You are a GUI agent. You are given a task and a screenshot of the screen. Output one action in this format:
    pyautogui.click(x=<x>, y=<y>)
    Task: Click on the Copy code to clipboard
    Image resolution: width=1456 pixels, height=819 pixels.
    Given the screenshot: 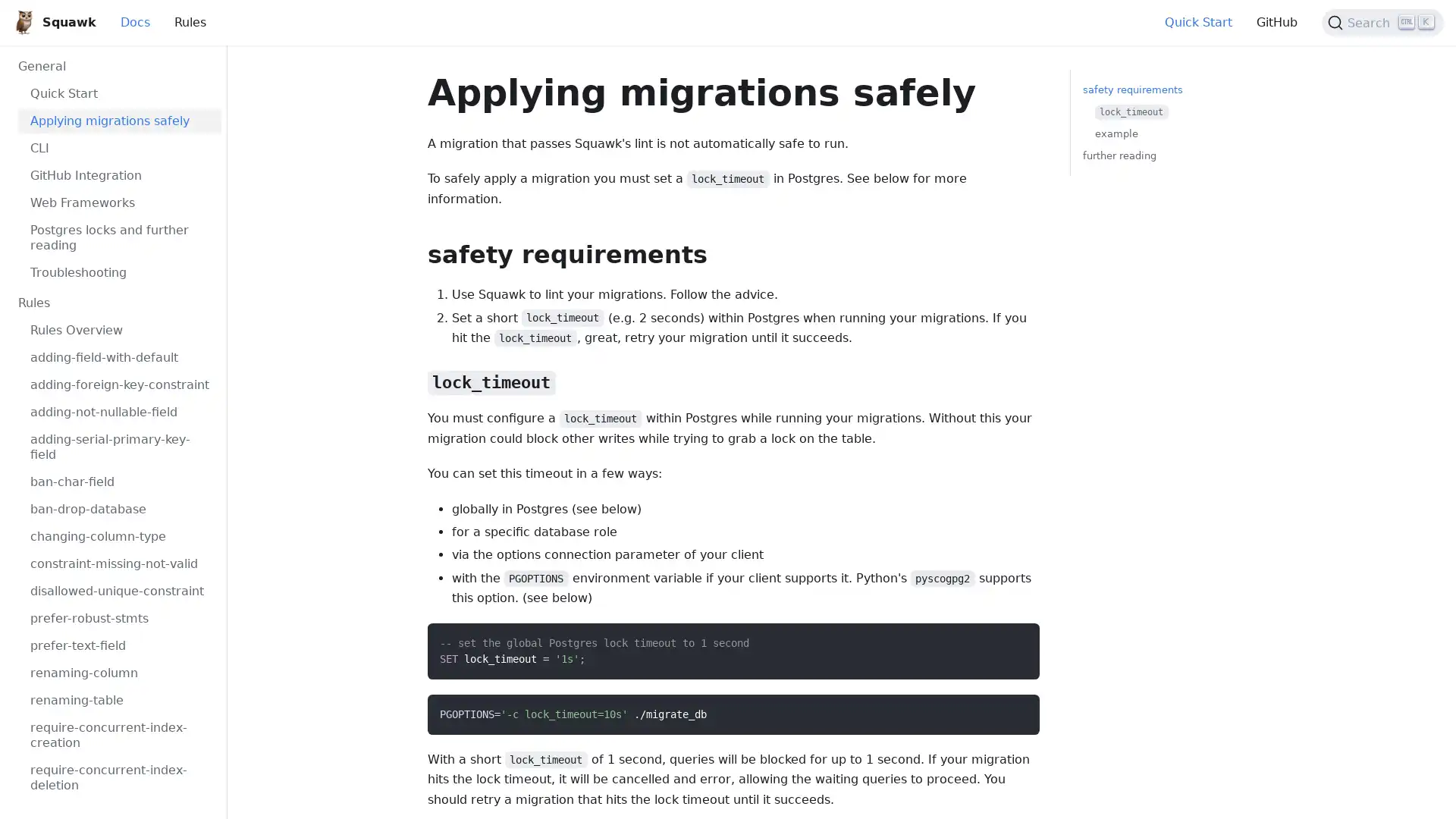 What is the action you would take?
    pyautogui.click(x=1015, y=640)
    